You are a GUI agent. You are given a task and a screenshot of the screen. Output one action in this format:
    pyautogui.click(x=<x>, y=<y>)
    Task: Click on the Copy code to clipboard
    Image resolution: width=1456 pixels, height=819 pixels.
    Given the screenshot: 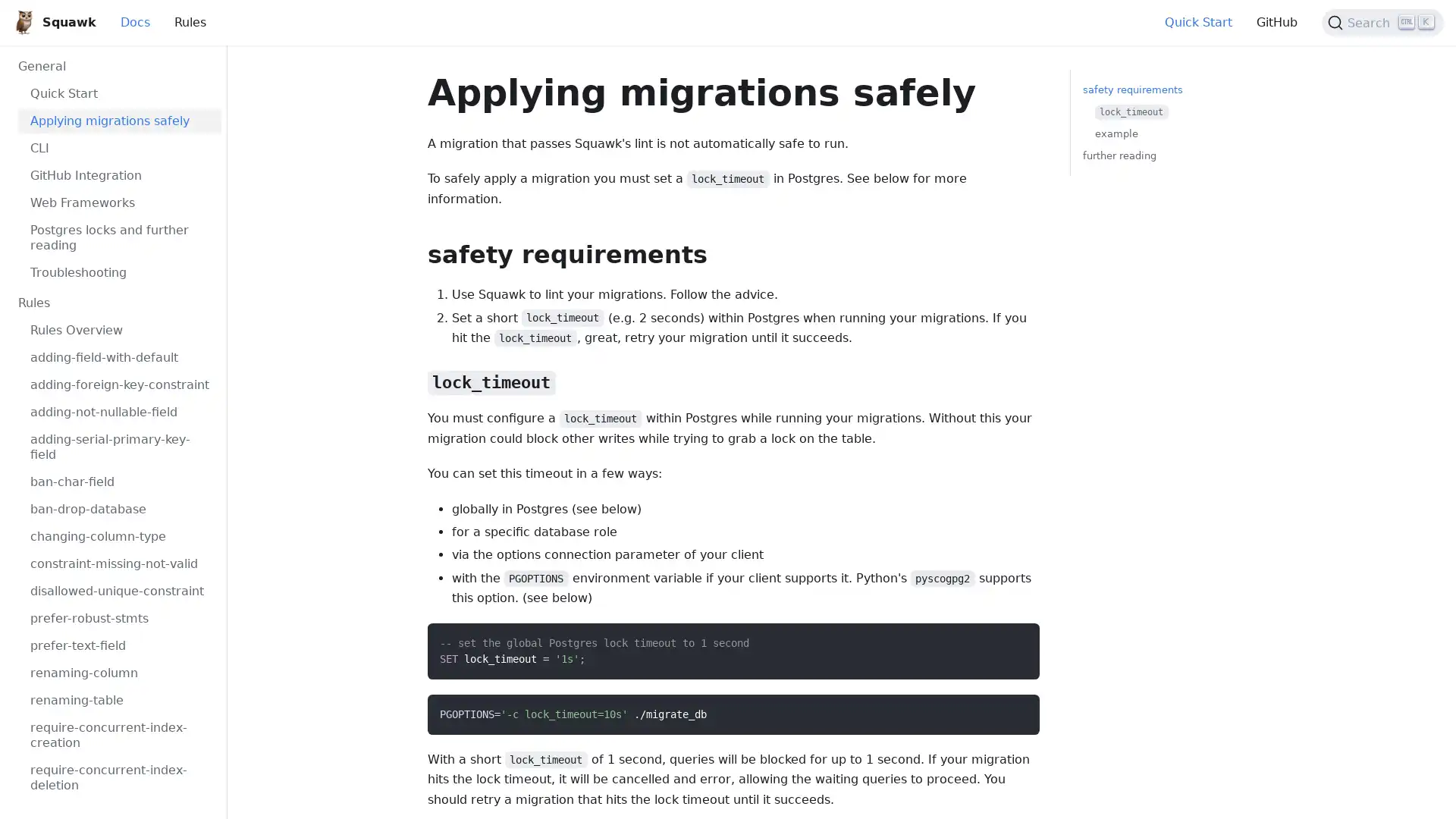 What is the action you would take?
    pyautogui.click(x=1015, y=640)
    